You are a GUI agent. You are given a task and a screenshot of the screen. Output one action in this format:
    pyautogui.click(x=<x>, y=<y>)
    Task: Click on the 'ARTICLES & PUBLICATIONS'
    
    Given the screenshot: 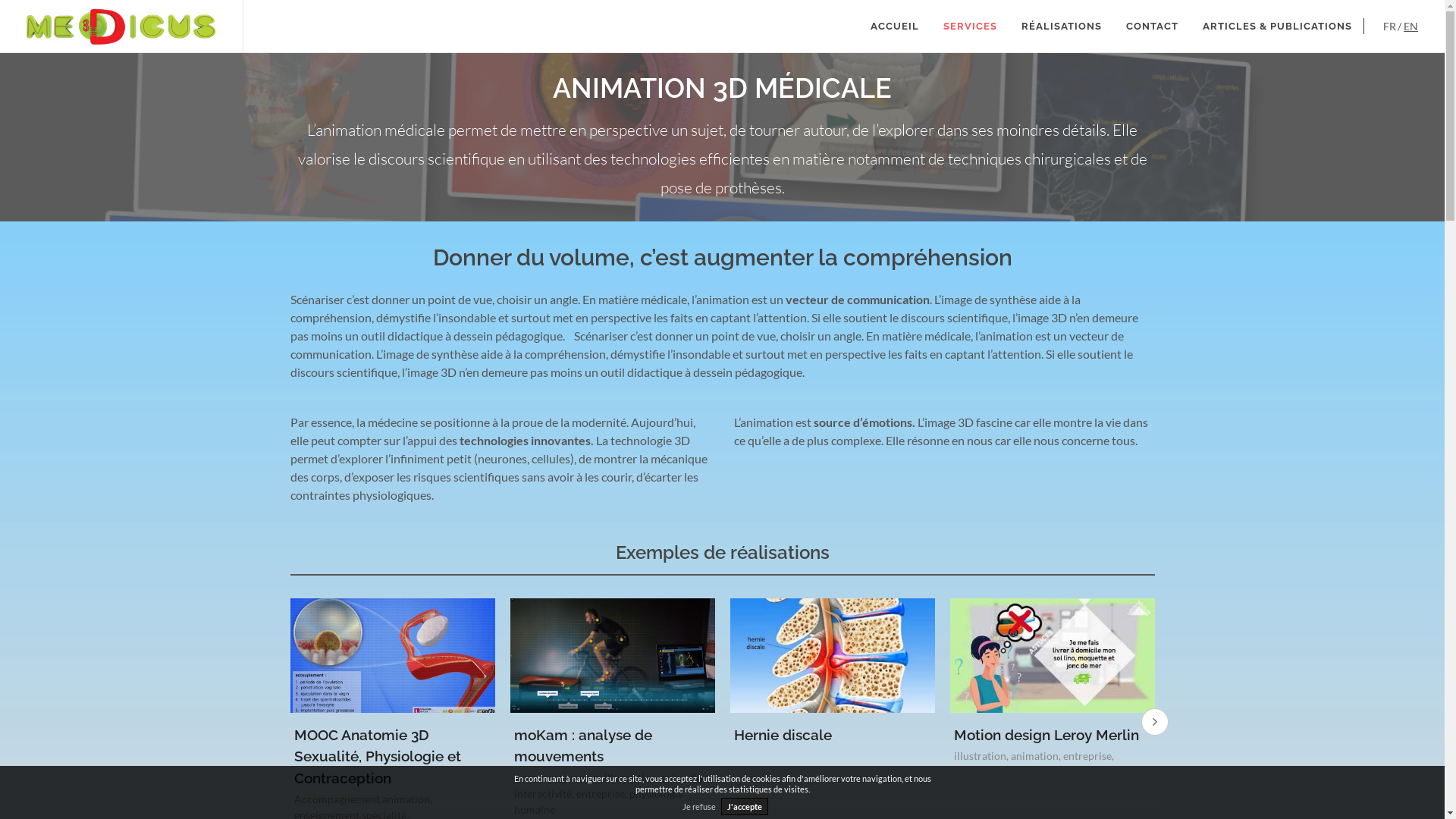 What is the action you would take?
    pyautogui.click(x=1190, y=26)
    